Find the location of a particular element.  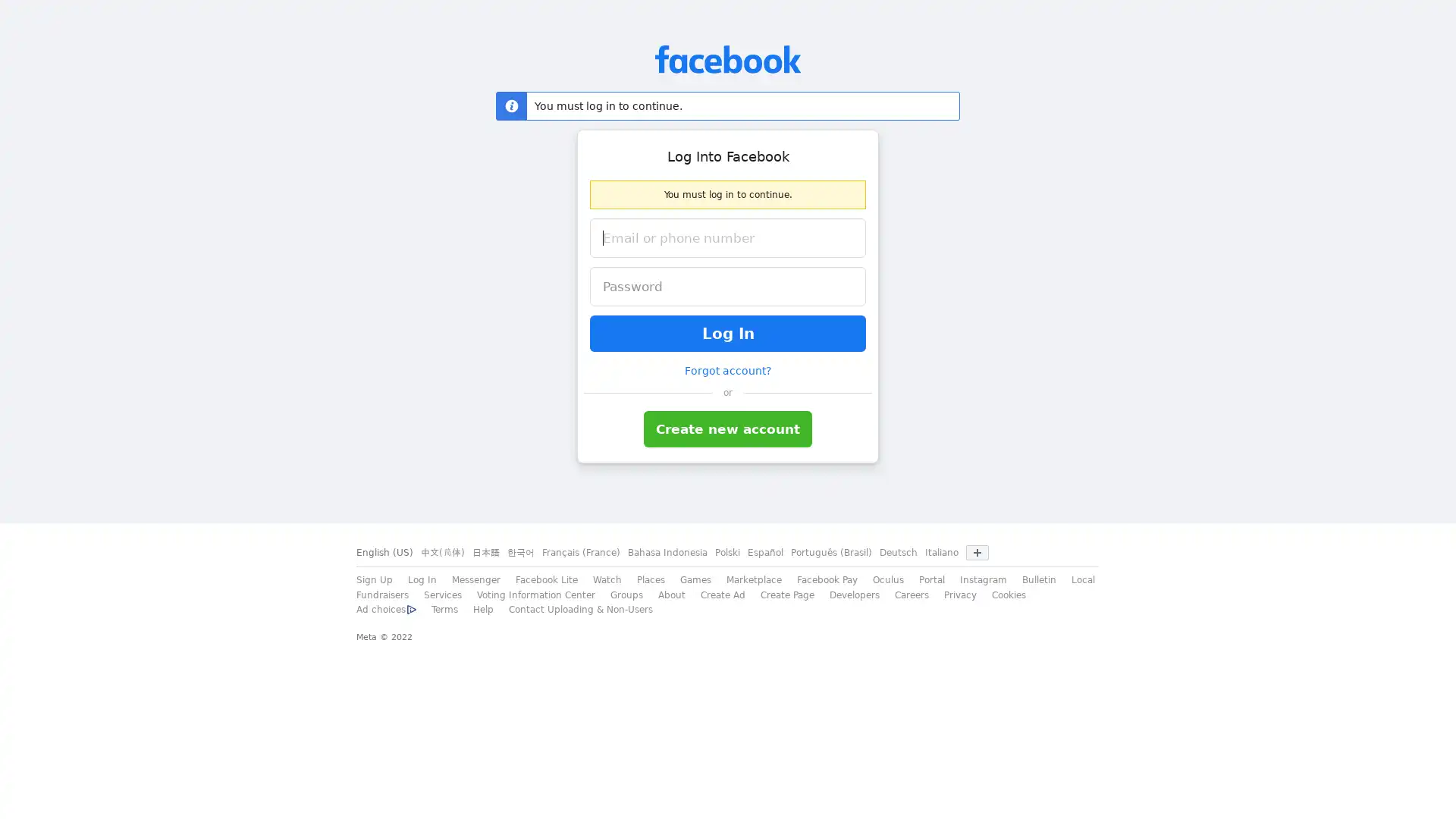

Log In is located at coordinates (728, 332).